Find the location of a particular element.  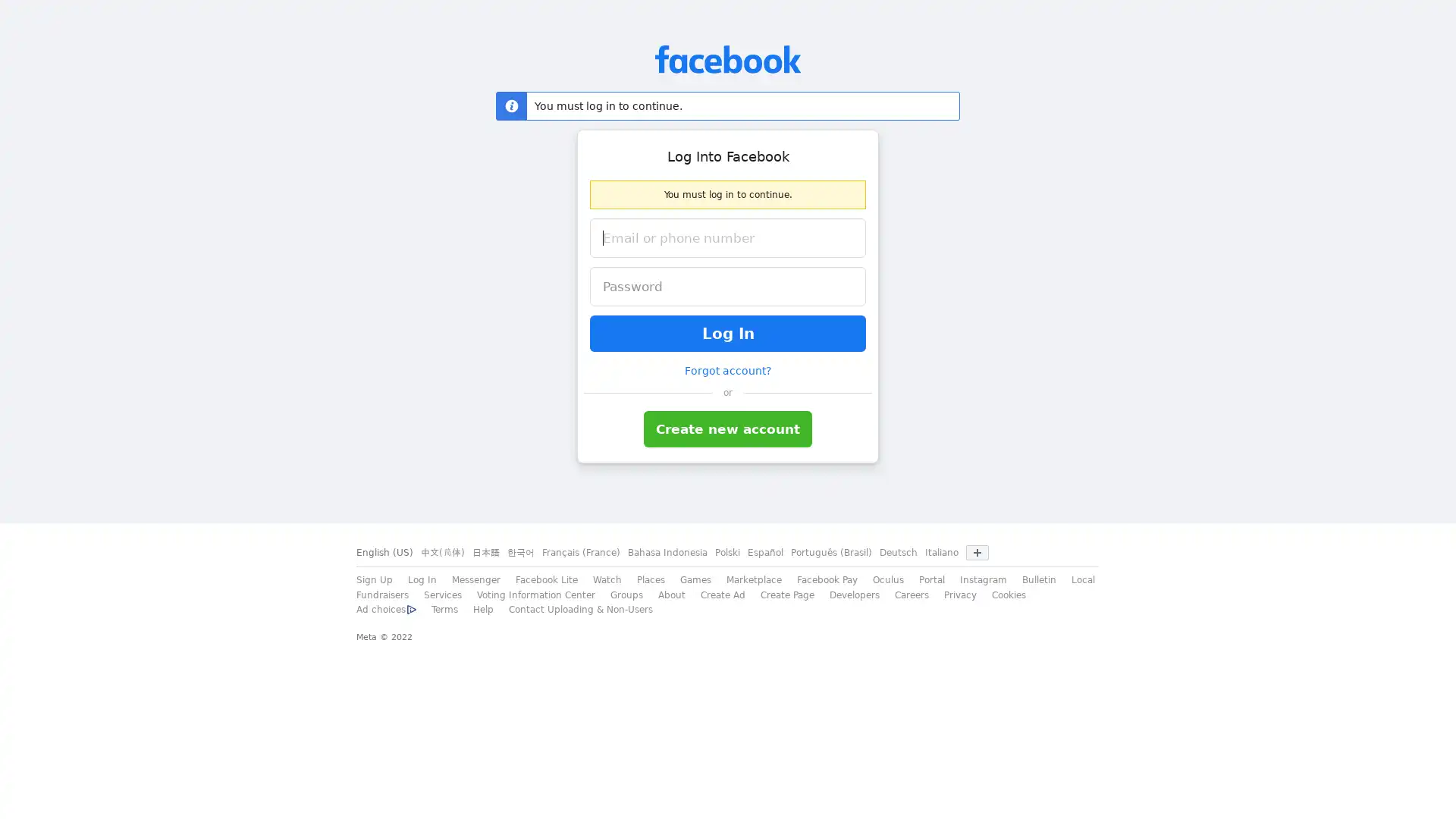

Log In is located at coordinates (728, 332).